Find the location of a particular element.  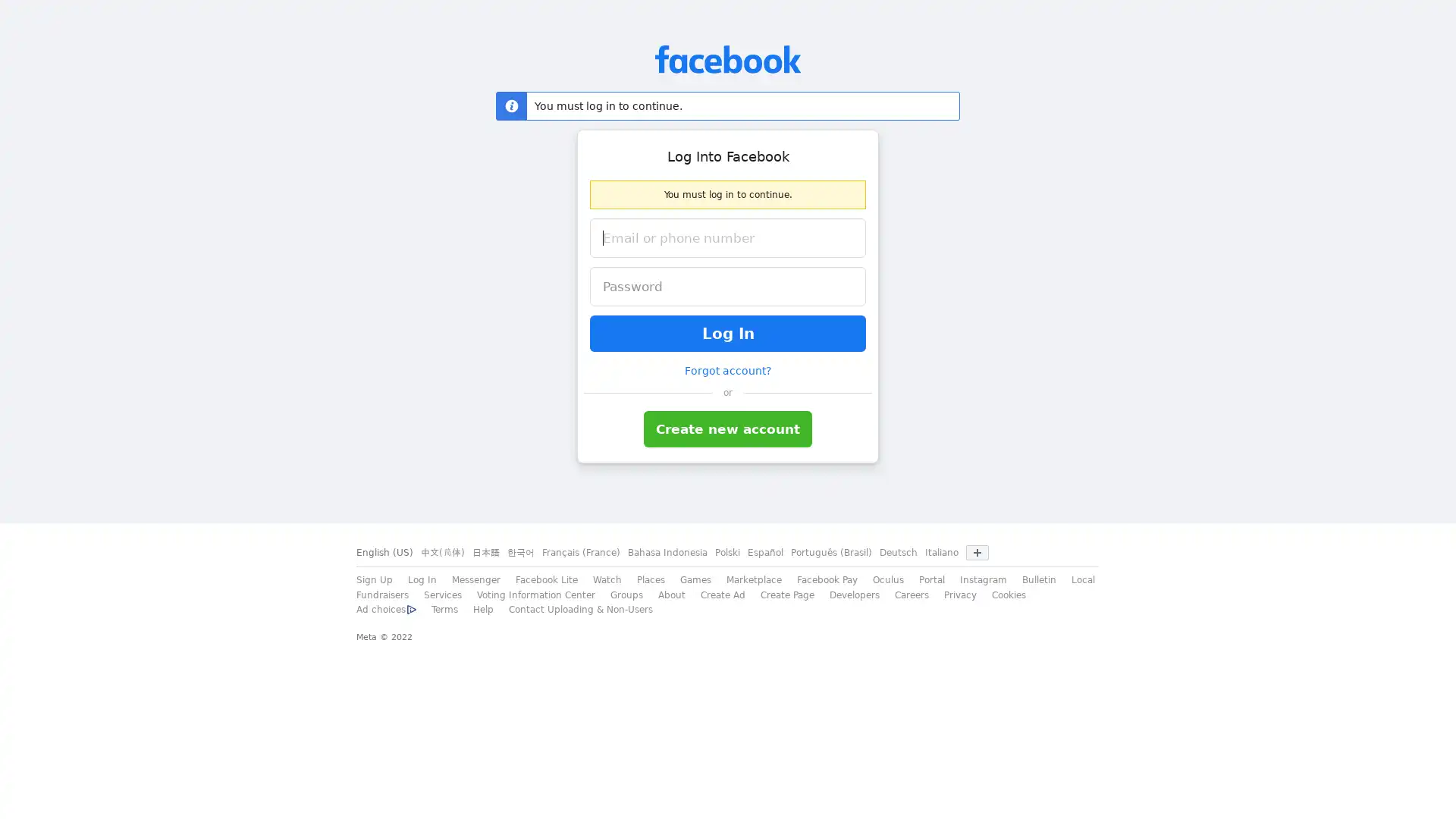

Log In is located at coordinates (728, 332).